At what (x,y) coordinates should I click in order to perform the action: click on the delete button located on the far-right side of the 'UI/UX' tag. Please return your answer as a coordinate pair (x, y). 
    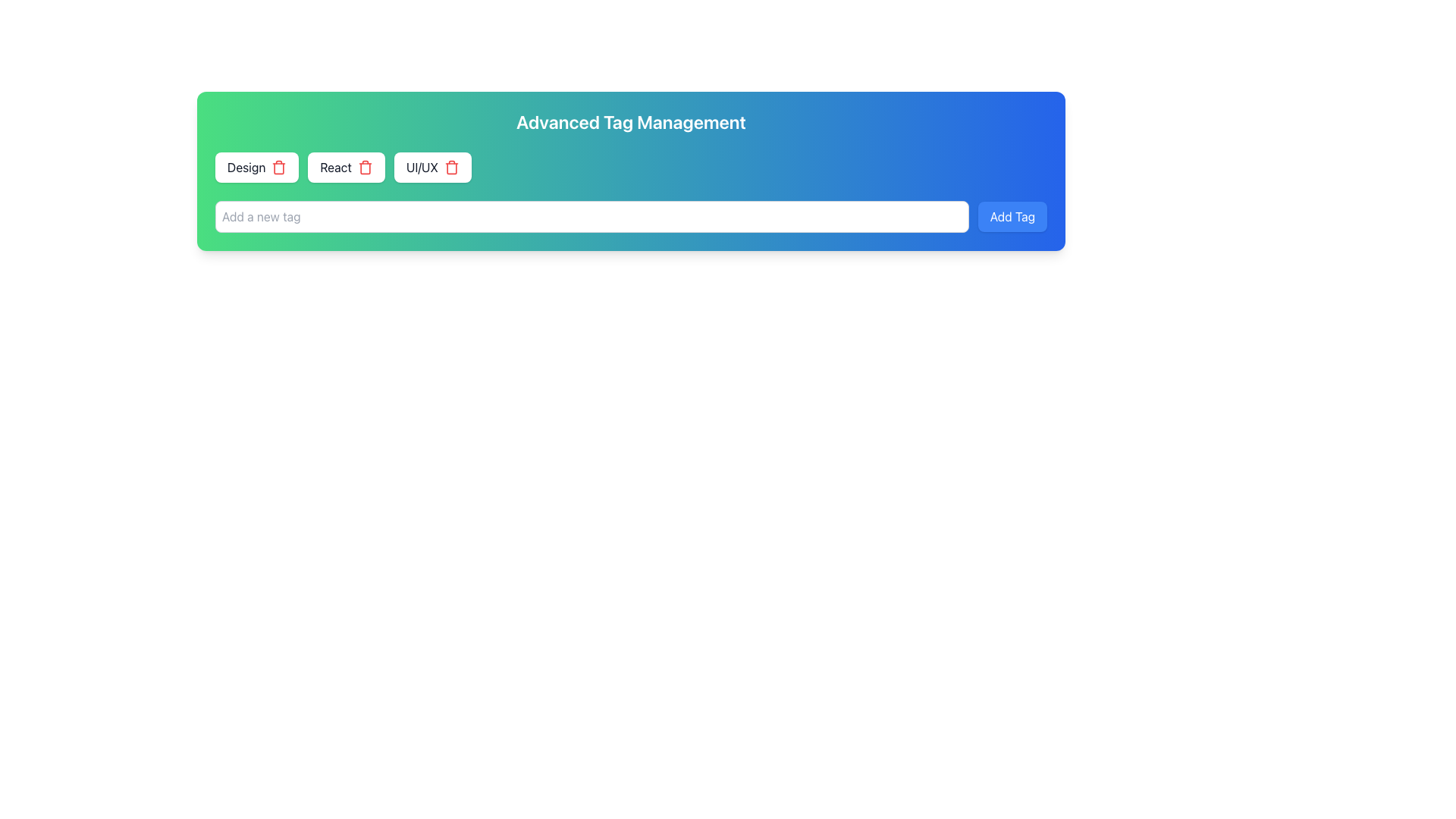
    Looking at the image, I should click on (450, 167).